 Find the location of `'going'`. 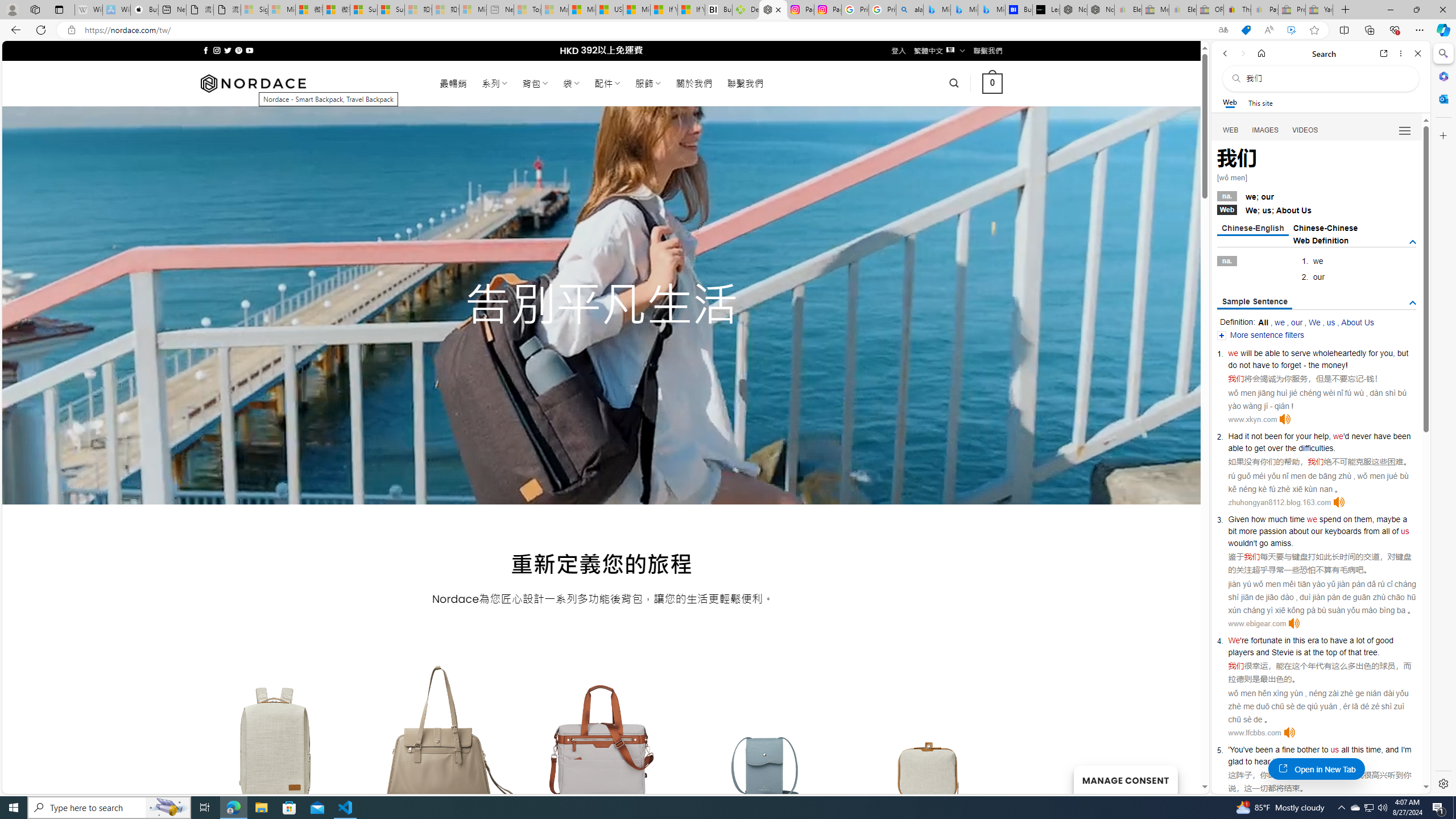

'going' is located at coordinates (1293, 760).